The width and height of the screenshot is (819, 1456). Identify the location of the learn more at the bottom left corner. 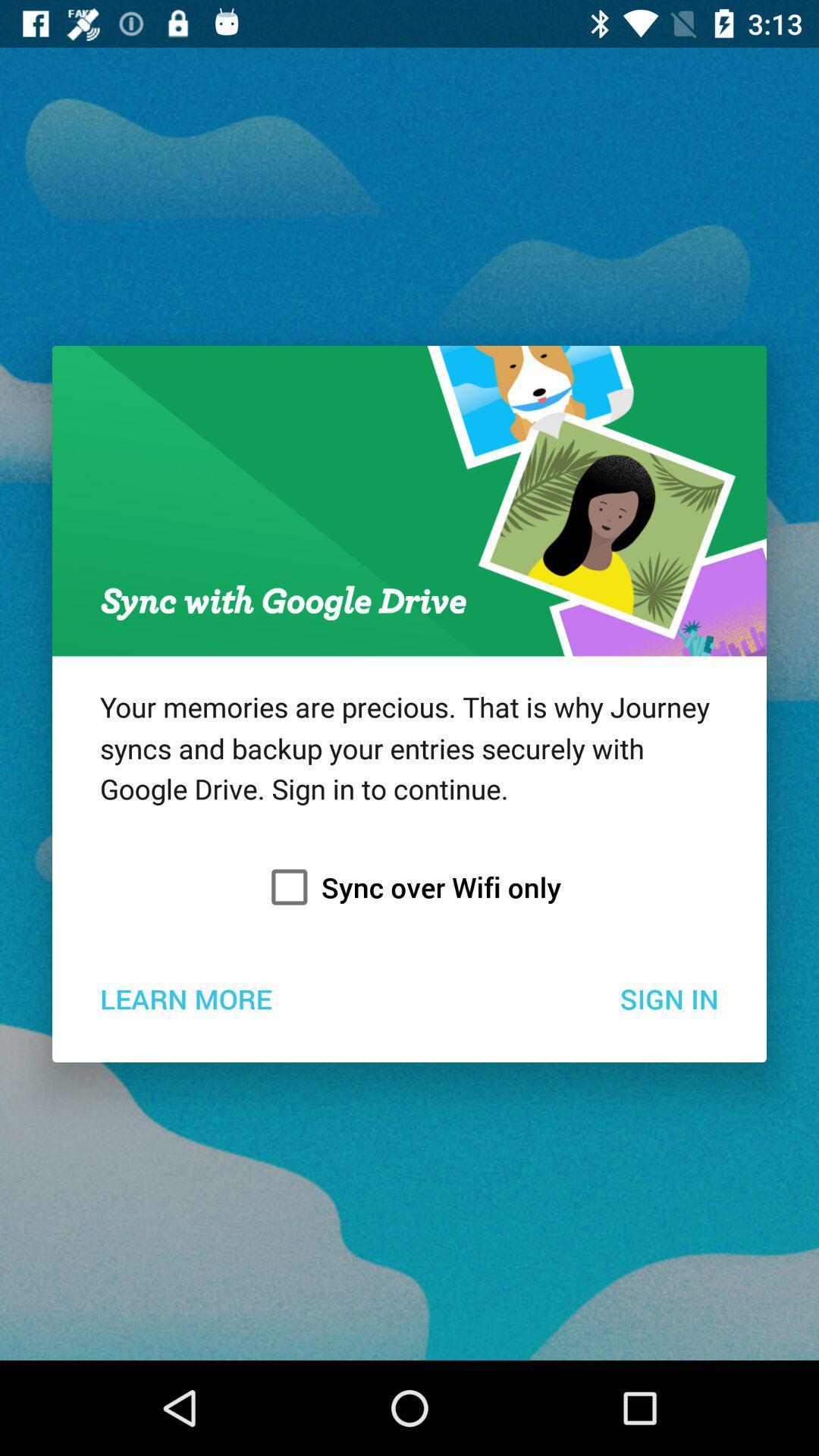
(185, 998).